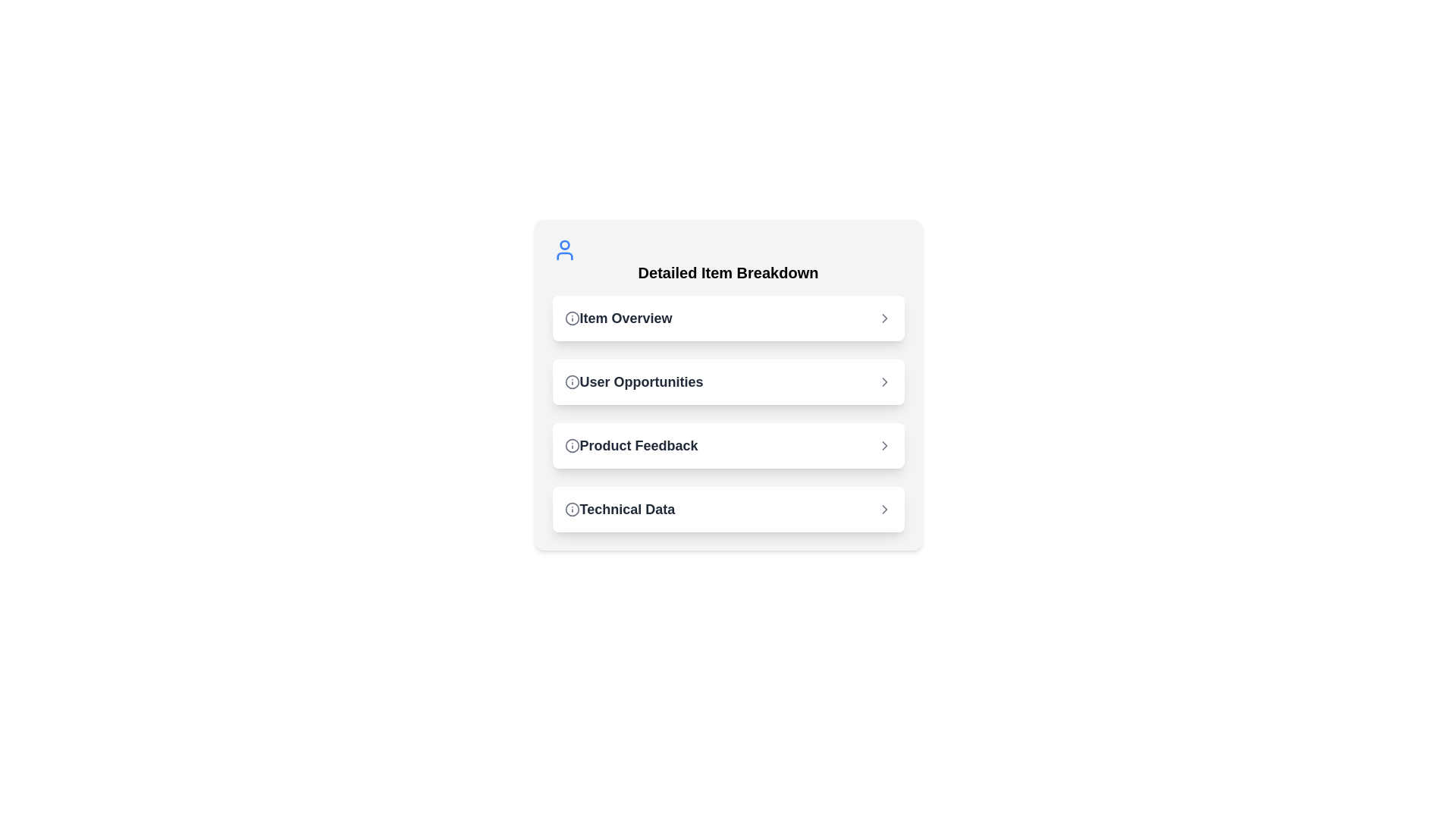 Image resolution: width=1456 pixels, height=819 pixels. Describe the element at coordinates (571, 381) in the screenshot. I see `the small gray circular informational icon with an 'i' character inside, located to the left of the 'User Opportunities' text in the 'Detailed Item Breakdown' menu` at that location.